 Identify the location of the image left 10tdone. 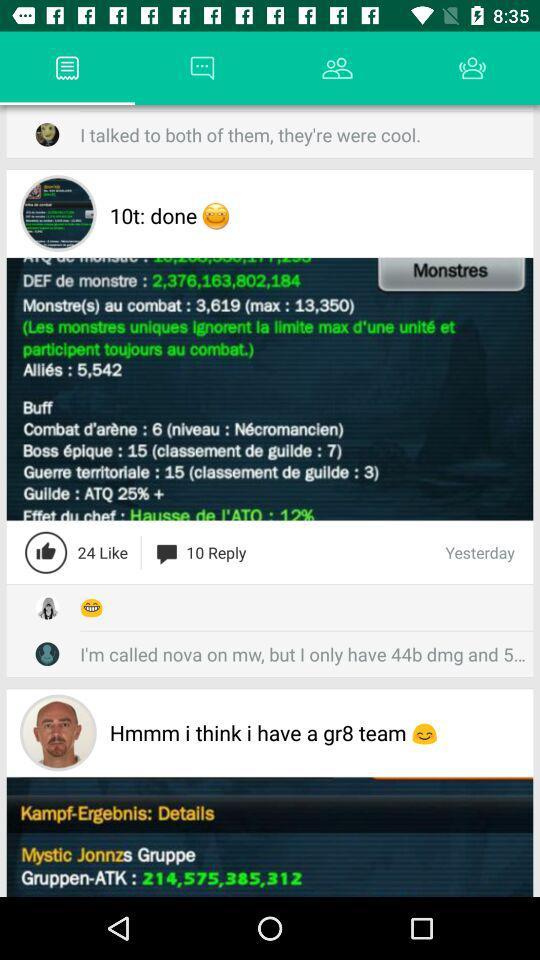
(58, 213).